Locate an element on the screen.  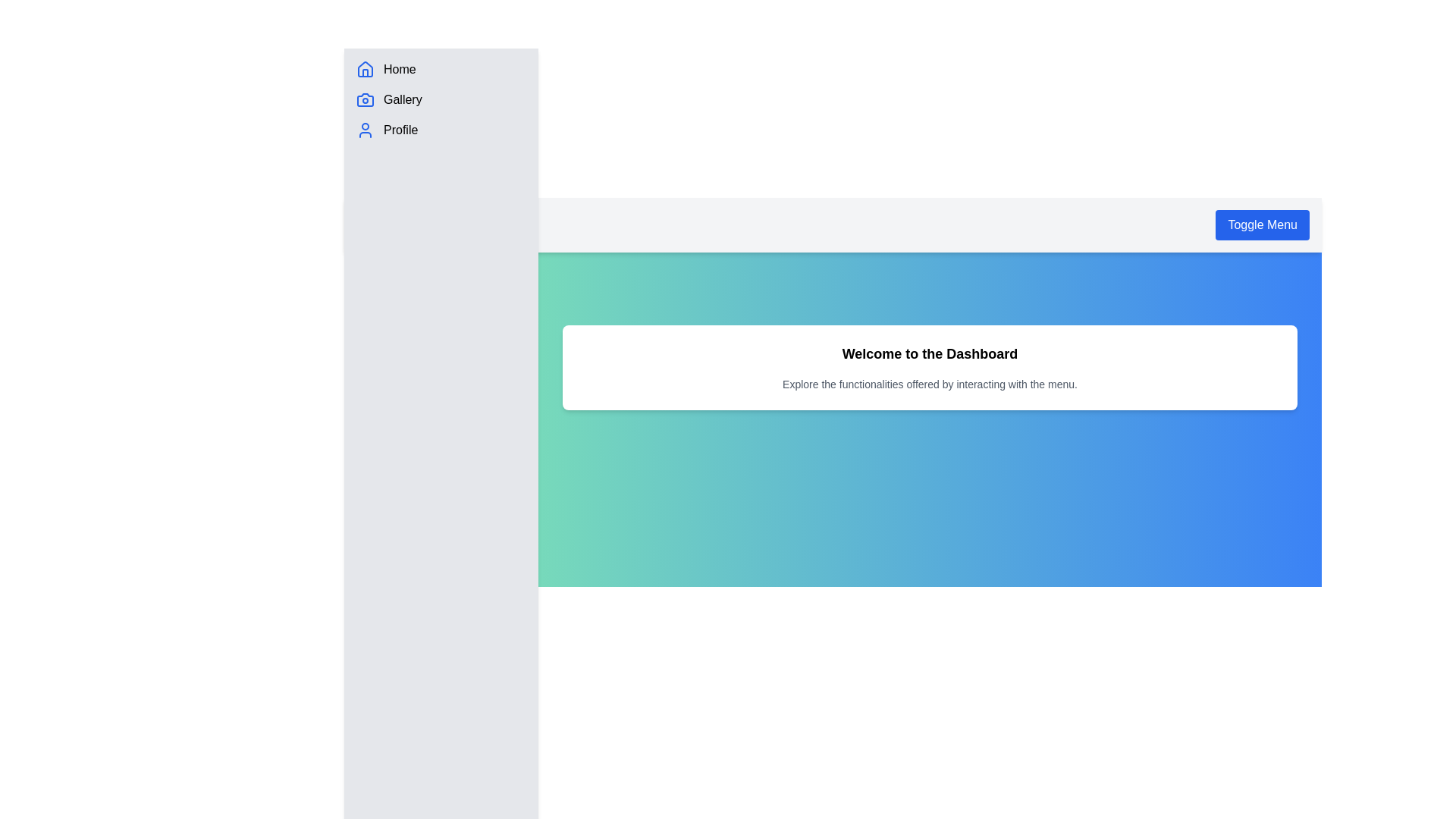
the second menu item in the sidebar is located at coordinates (440, 99).